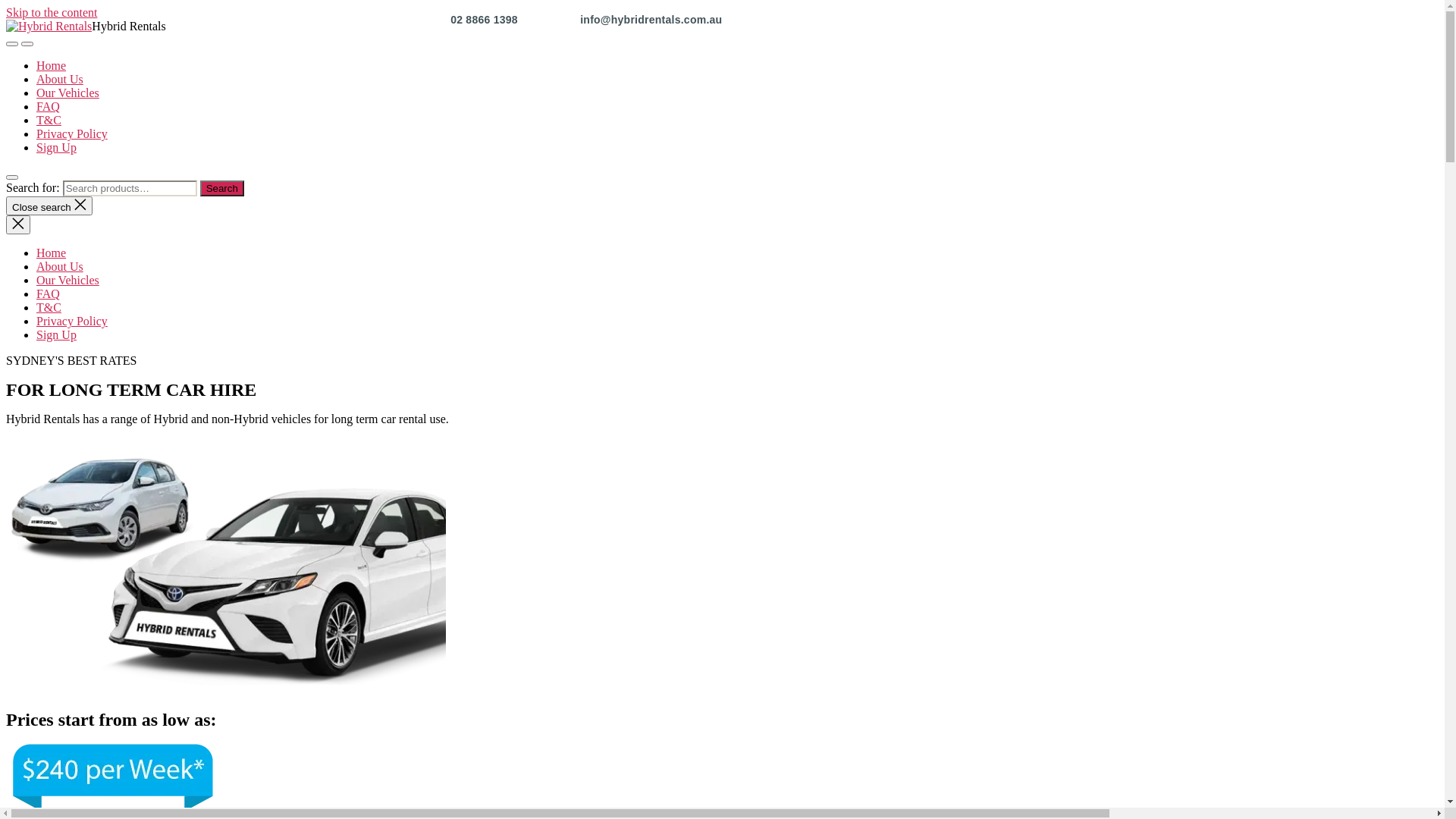 Image resolution: width=1456 pixels, height=819 pixels. What do you see at coordinates (199, 187) in the screenshot?
I see `'Search'` at bounding box center [199, 187].